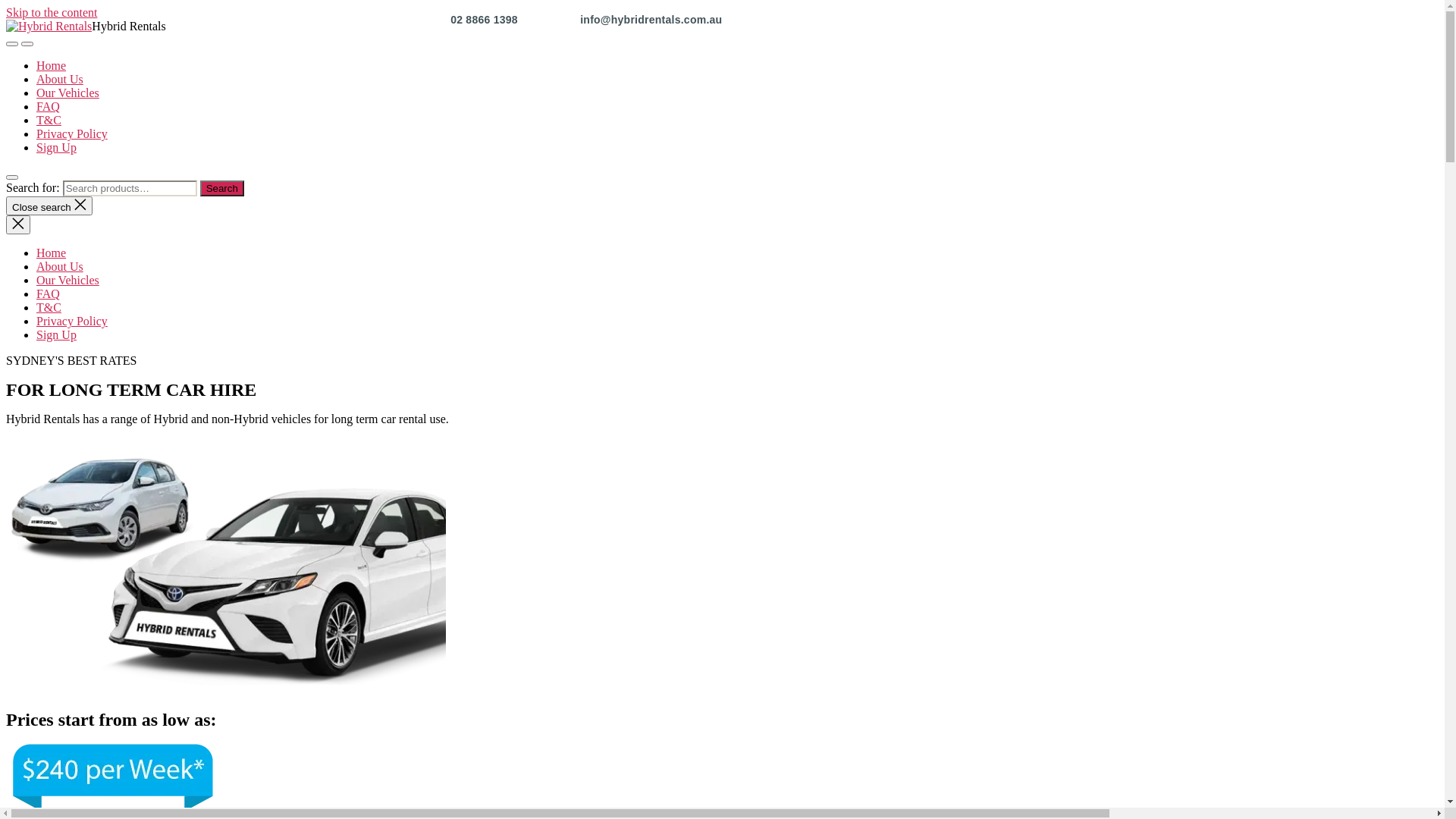 Image resolution: width=1456 pixels, height=819 pixels. What do you see at coordinates (199, 187) in the screenshot?
I see `'Search'` at bounding box center [199, 187].